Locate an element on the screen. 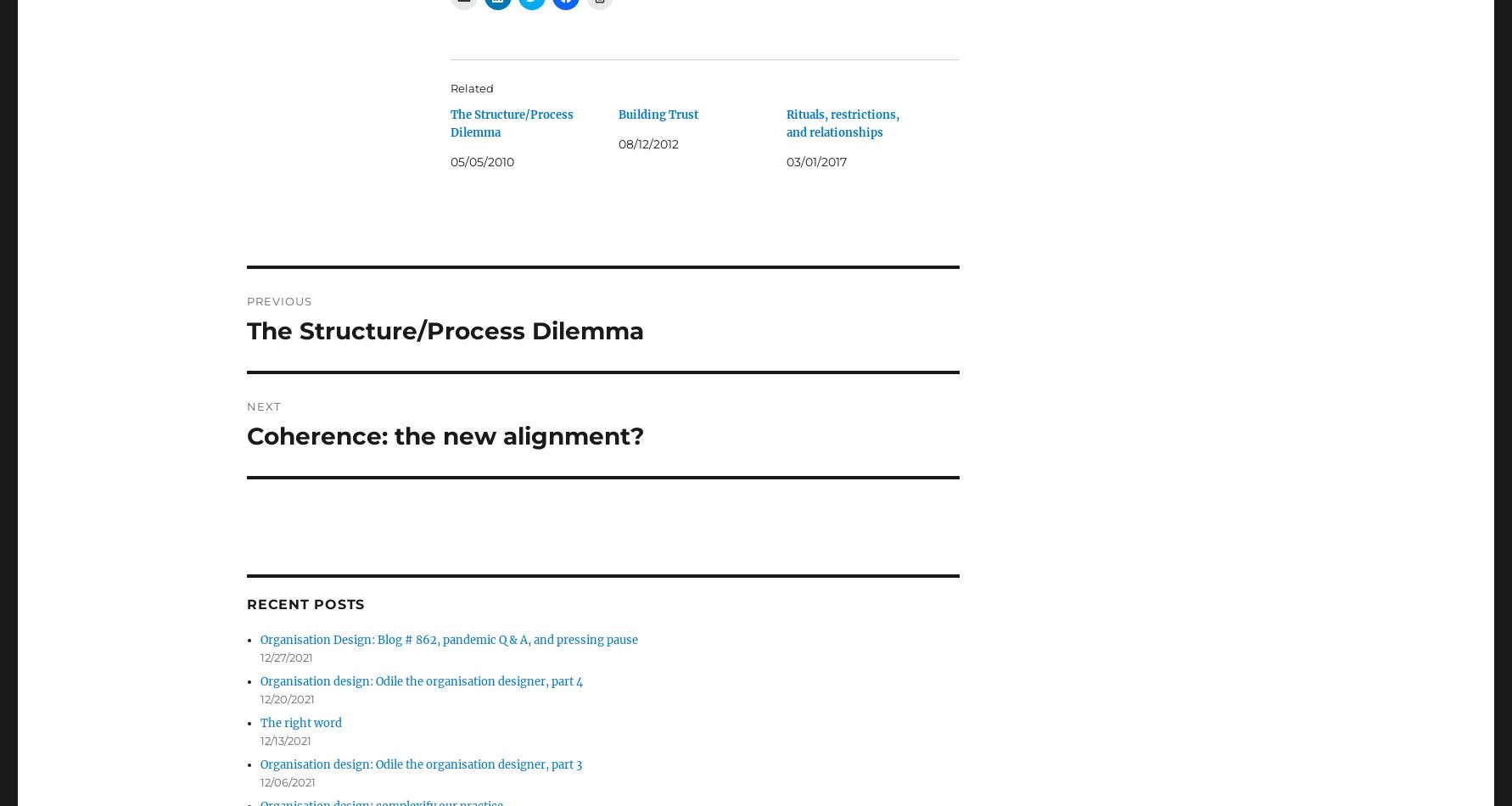  'Recent Posts' is located at coordinates (246, 604).